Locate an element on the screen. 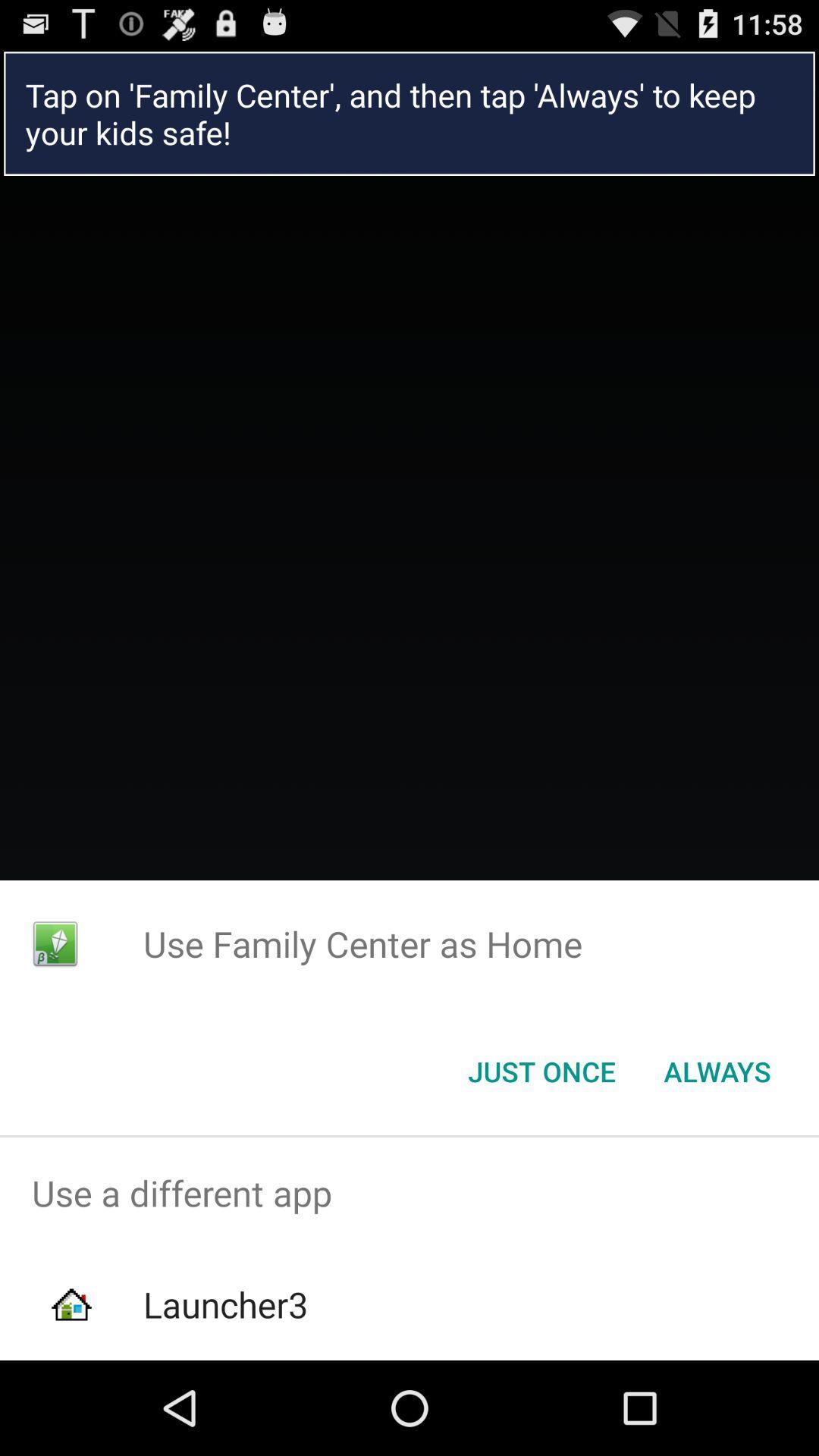 This screenshot has height=1456, width=819. launcher3 item is located at coordinates (225, 1304).